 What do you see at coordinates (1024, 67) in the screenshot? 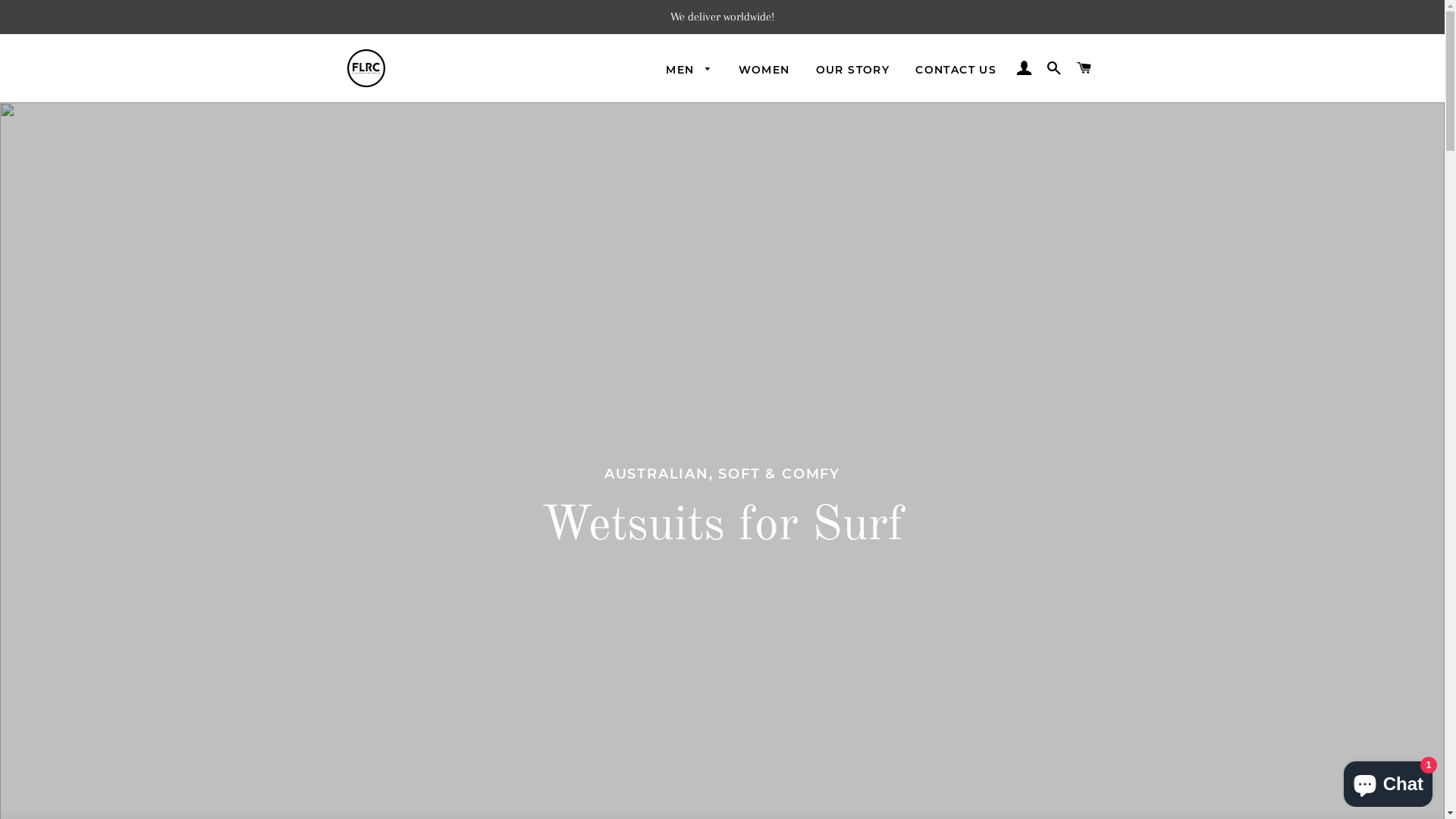
I see `'LOG IN'` at bounding box center [1024, 67].